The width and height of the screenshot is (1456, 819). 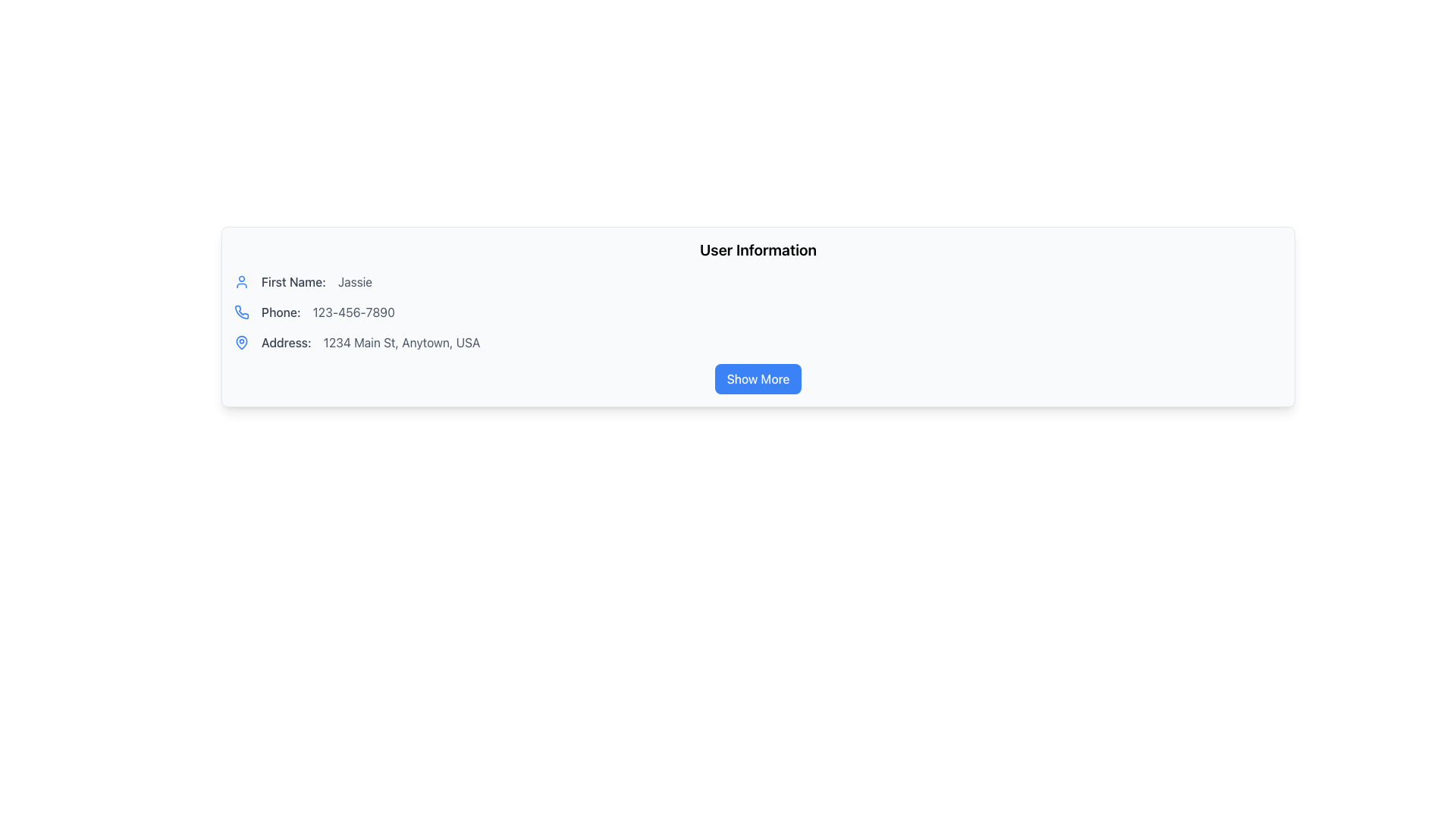 I want to click on the 'Address' icon located in the 'User Information' panel, which precedes the text '1234 Main St, Anytown, USA', so click(x=240, y=342).